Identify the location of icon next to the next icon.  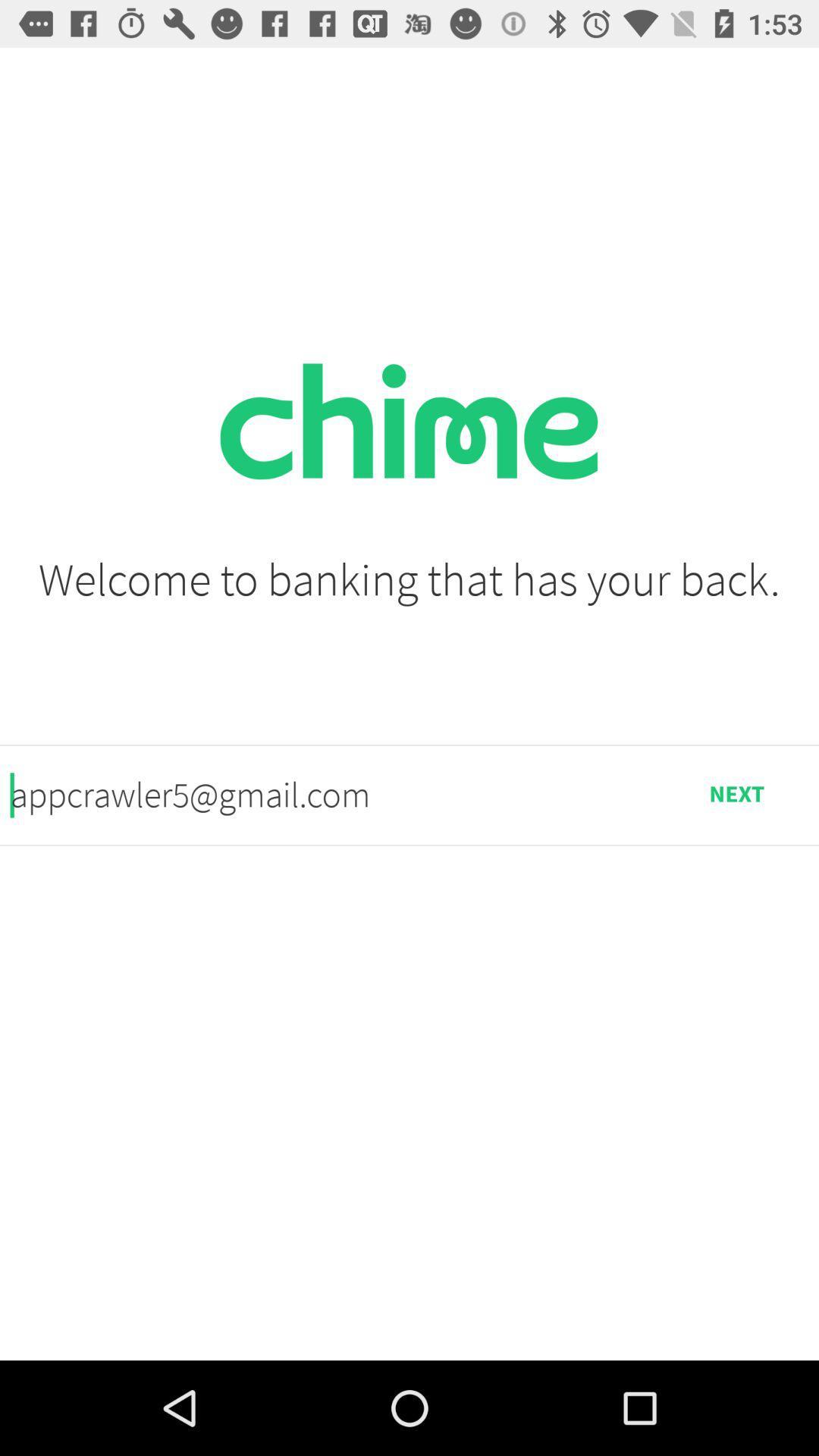
(331, 794).